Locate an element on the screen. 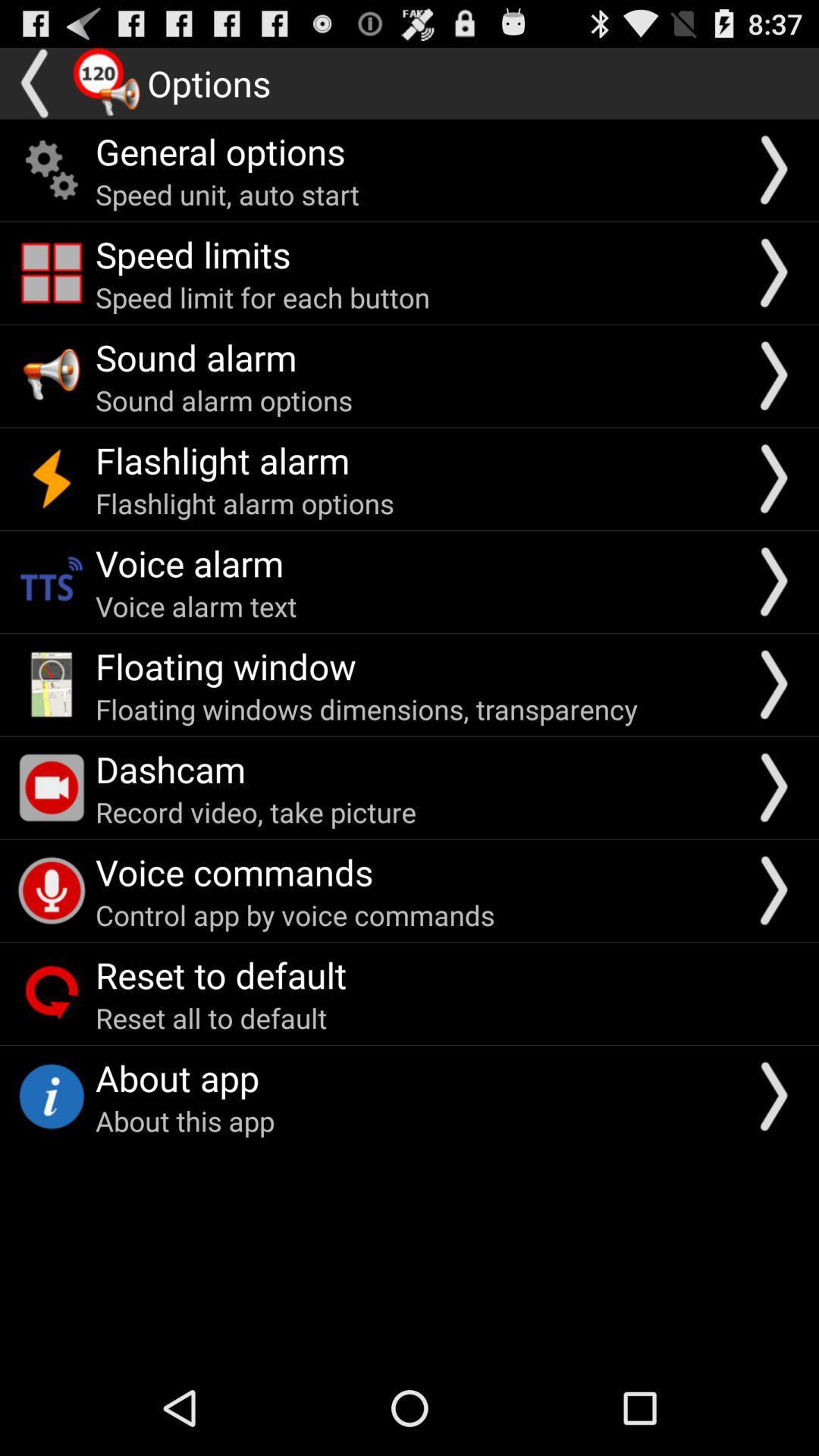  the floating windows dimensions app is located at coordinates (366, 708).